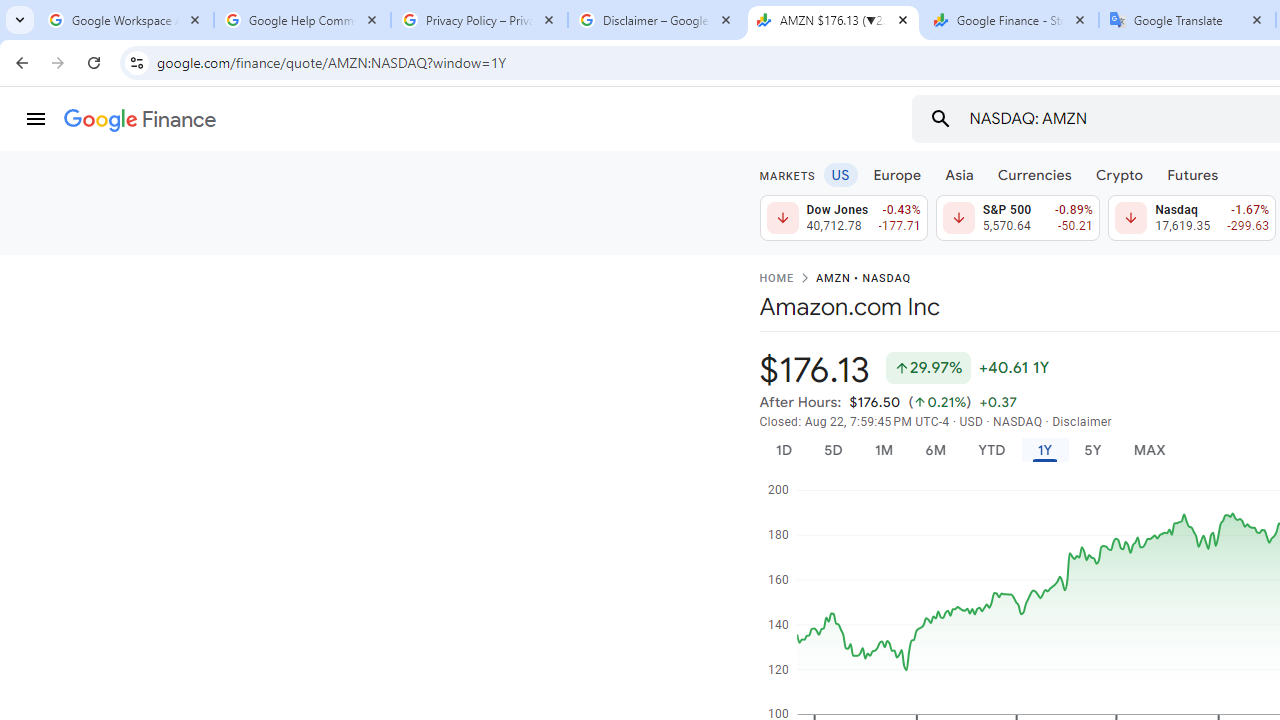 Image resolution: width=1280 pixels, height=720 pixels. Describe the element at coordinates (832, 450) in the screenshot. I see `'5D'` at that location.